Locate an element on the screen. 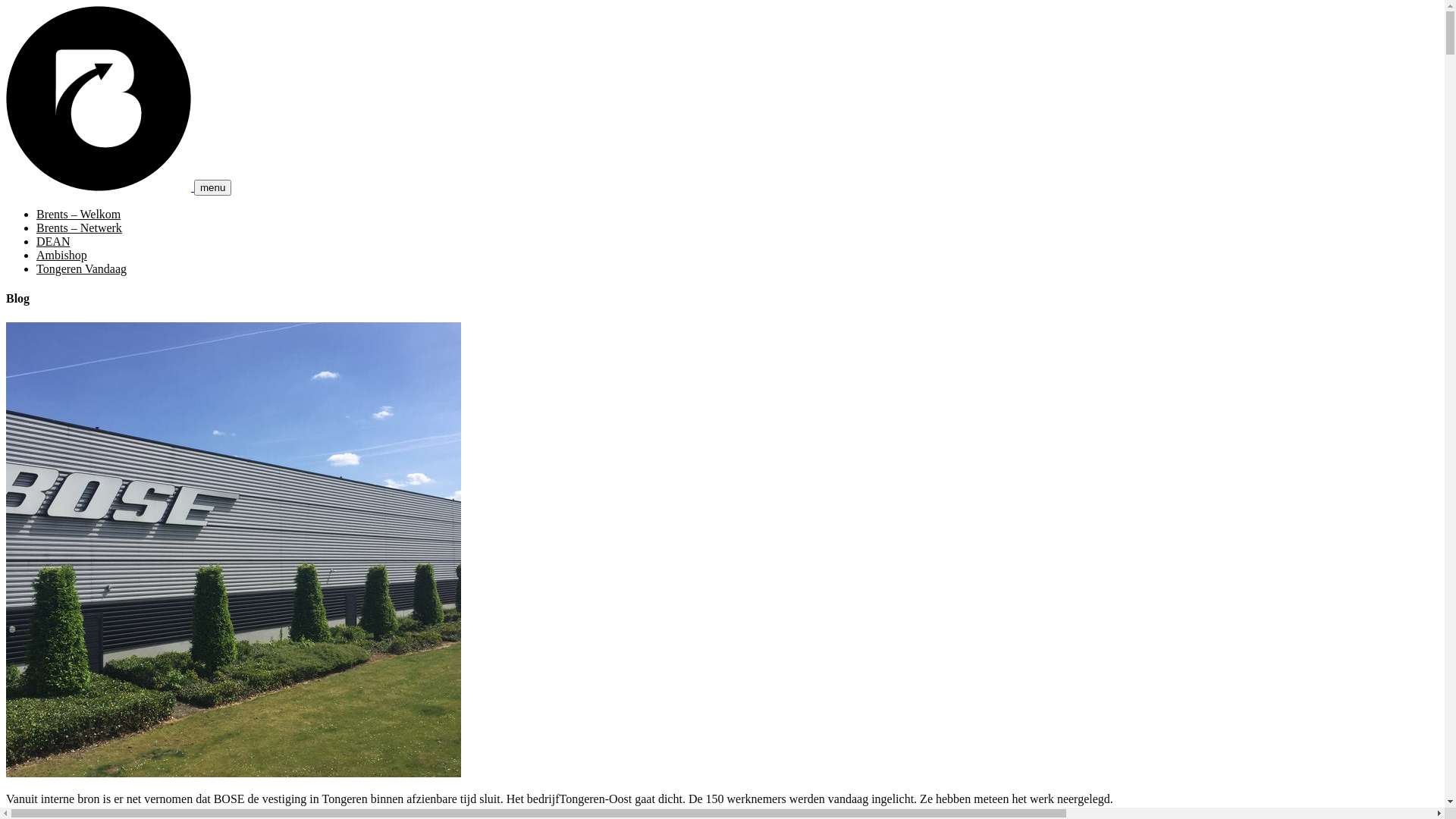  'Ambishop' is located at coordinates (36, 254).